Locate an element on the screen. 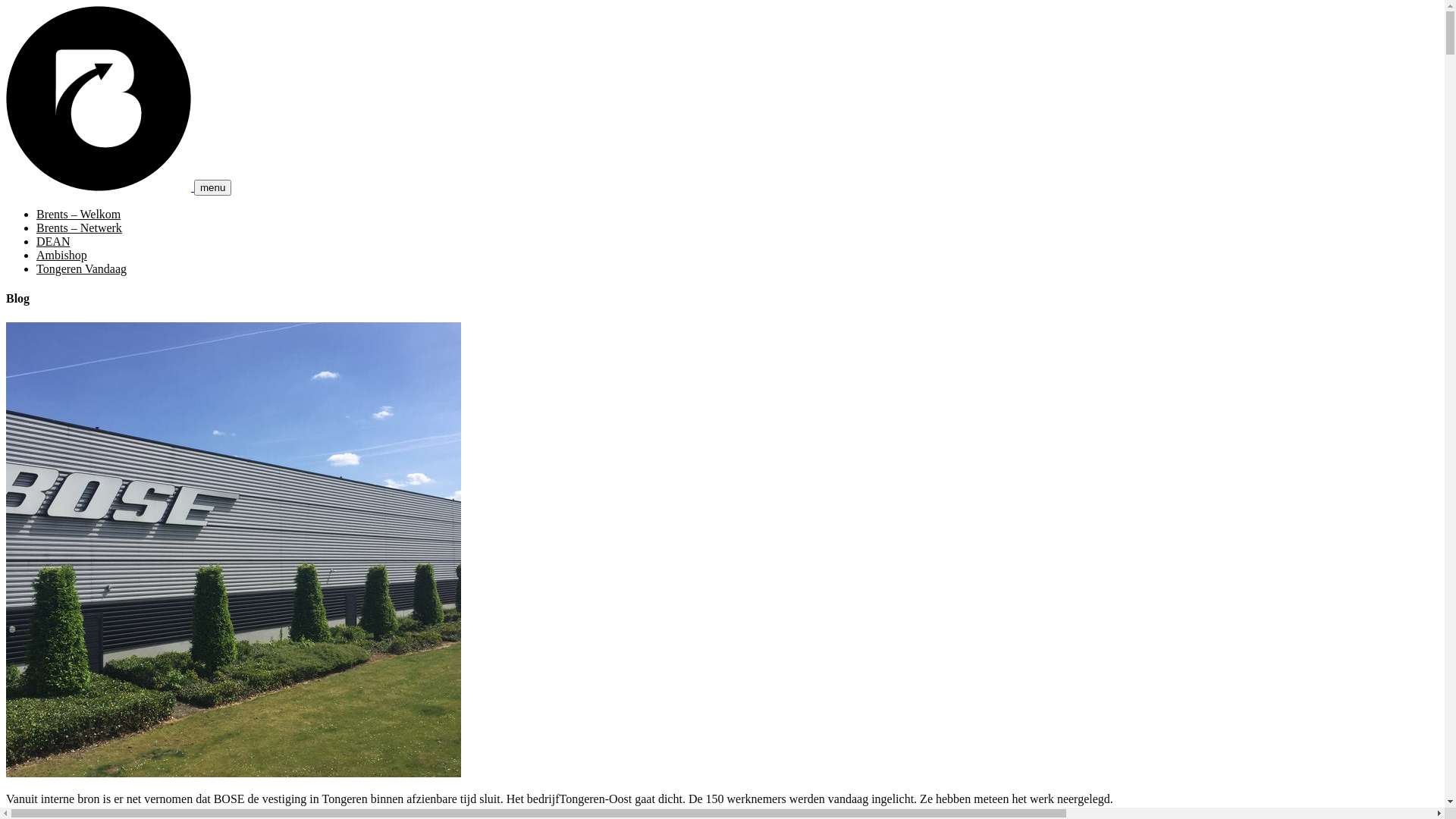  'Ambishop' is located at coordinates (36, 254).